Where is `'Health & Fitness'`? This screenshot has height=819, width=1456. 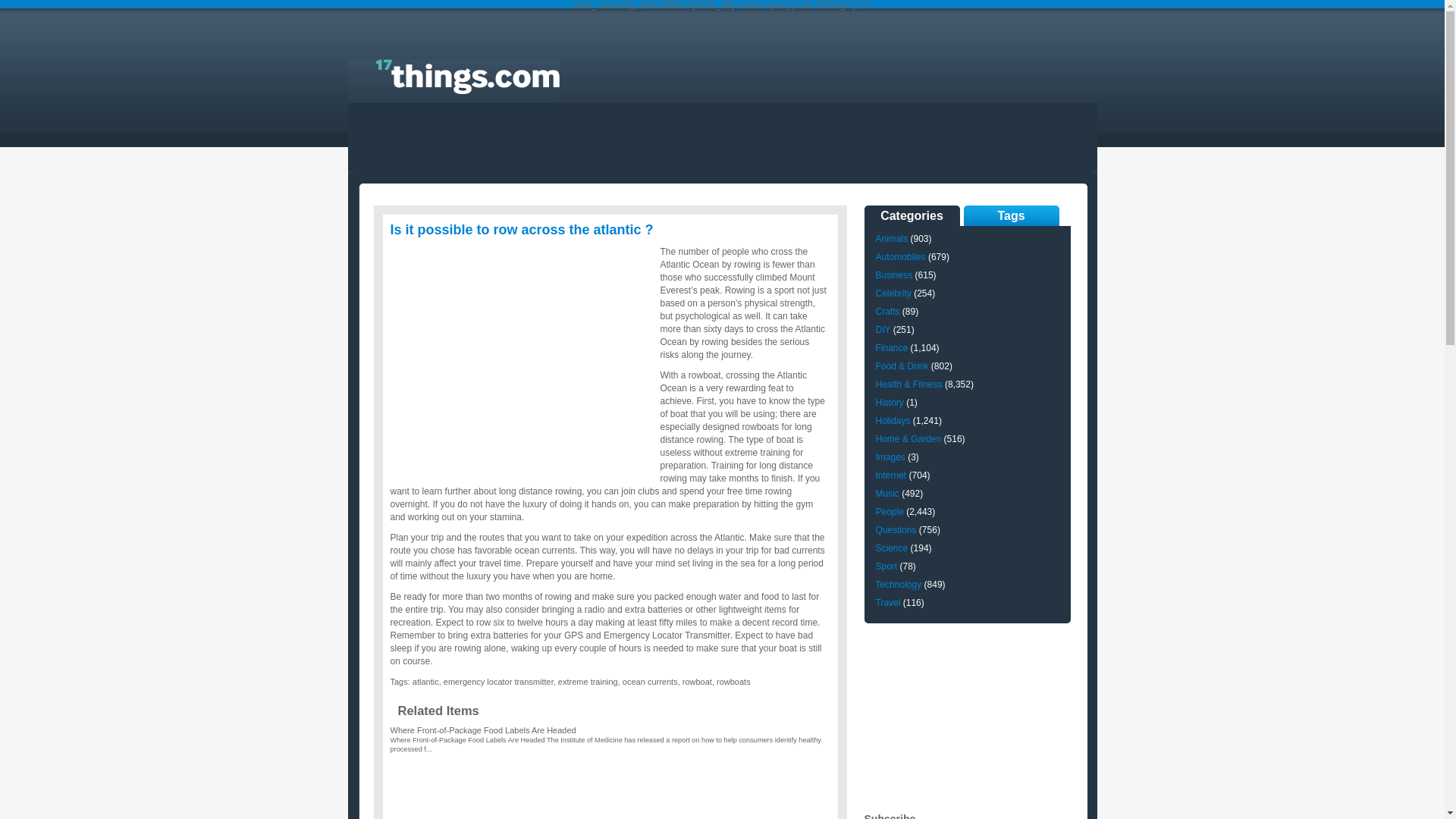 'Health & Fitness' is located at coordinates (908, 383).